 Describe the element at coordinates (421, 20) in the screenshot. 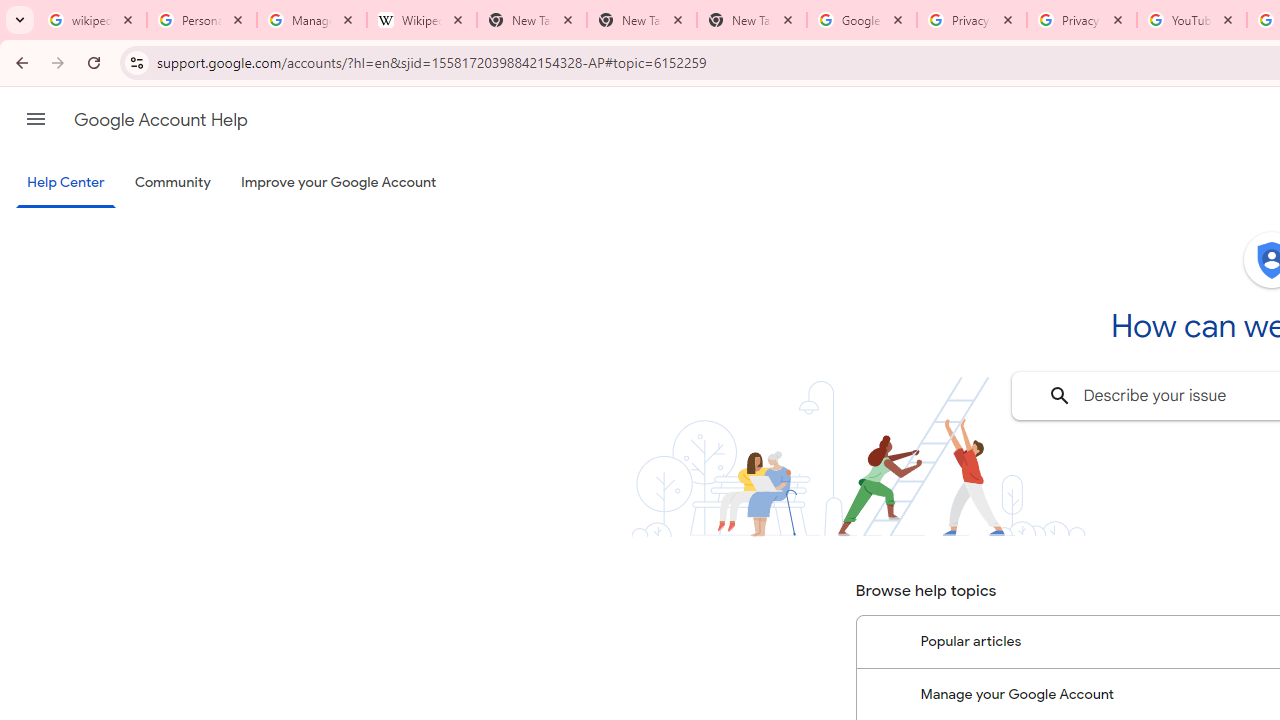

I see `'Wikipedia:Edit requests - Wikipedia'` at that location.